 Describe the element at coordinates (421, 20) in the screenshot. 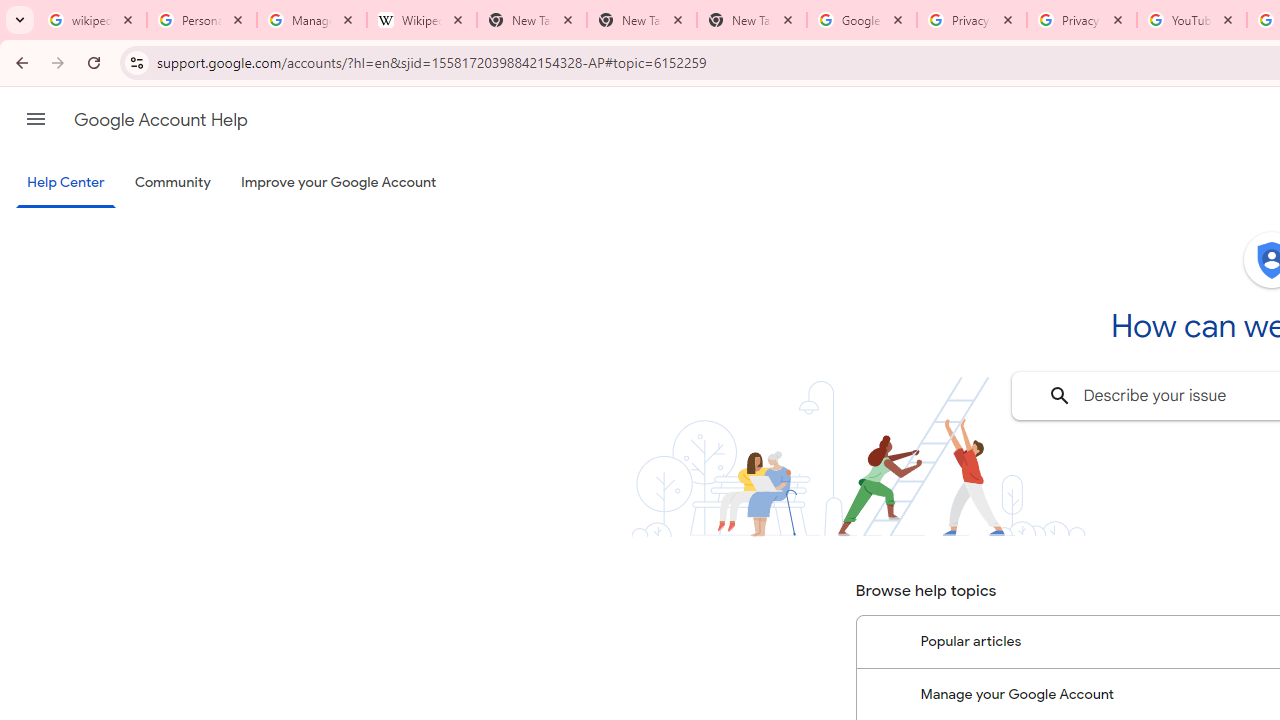

I see `'Wikipedia:Edit requests - Wikipedia'` at that location.